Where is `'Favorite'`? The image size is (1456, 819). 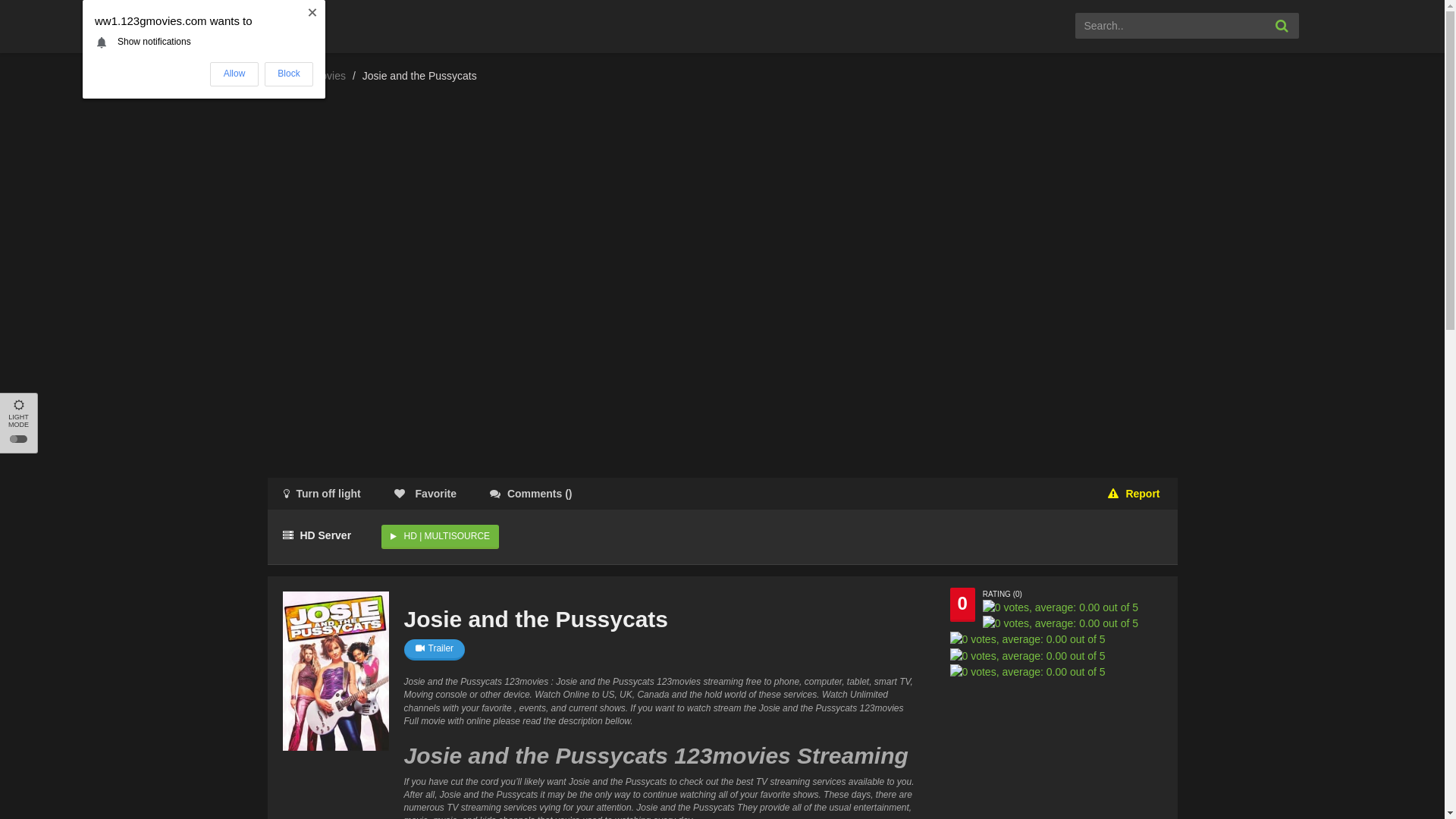 'Favorite' is located at coordinates (378, 494).